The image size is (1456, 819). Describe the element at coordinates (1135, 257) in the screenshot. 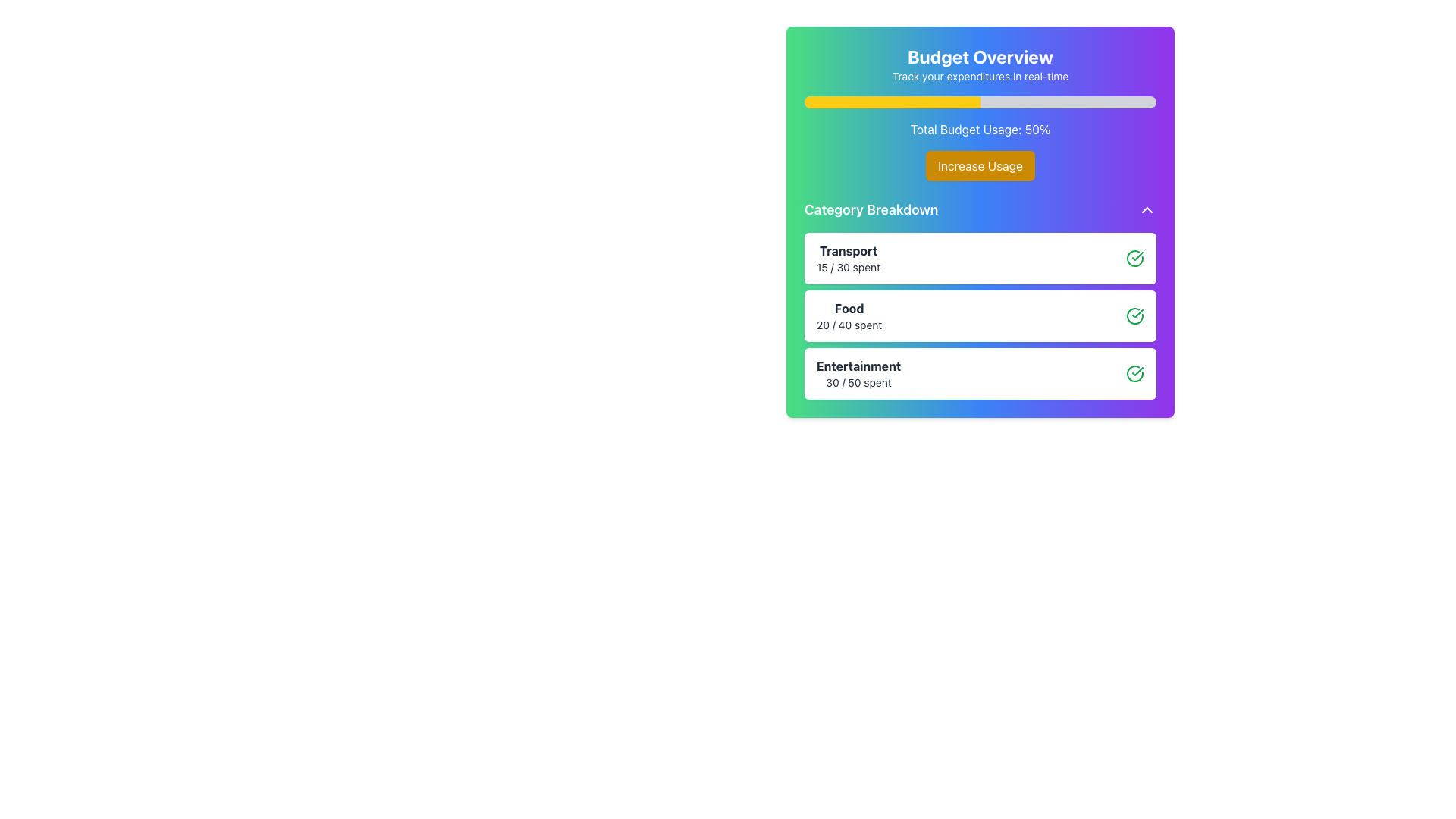

I see `the Status indicator icon located at the rightmost position in the 'Transport' category row` at that location.